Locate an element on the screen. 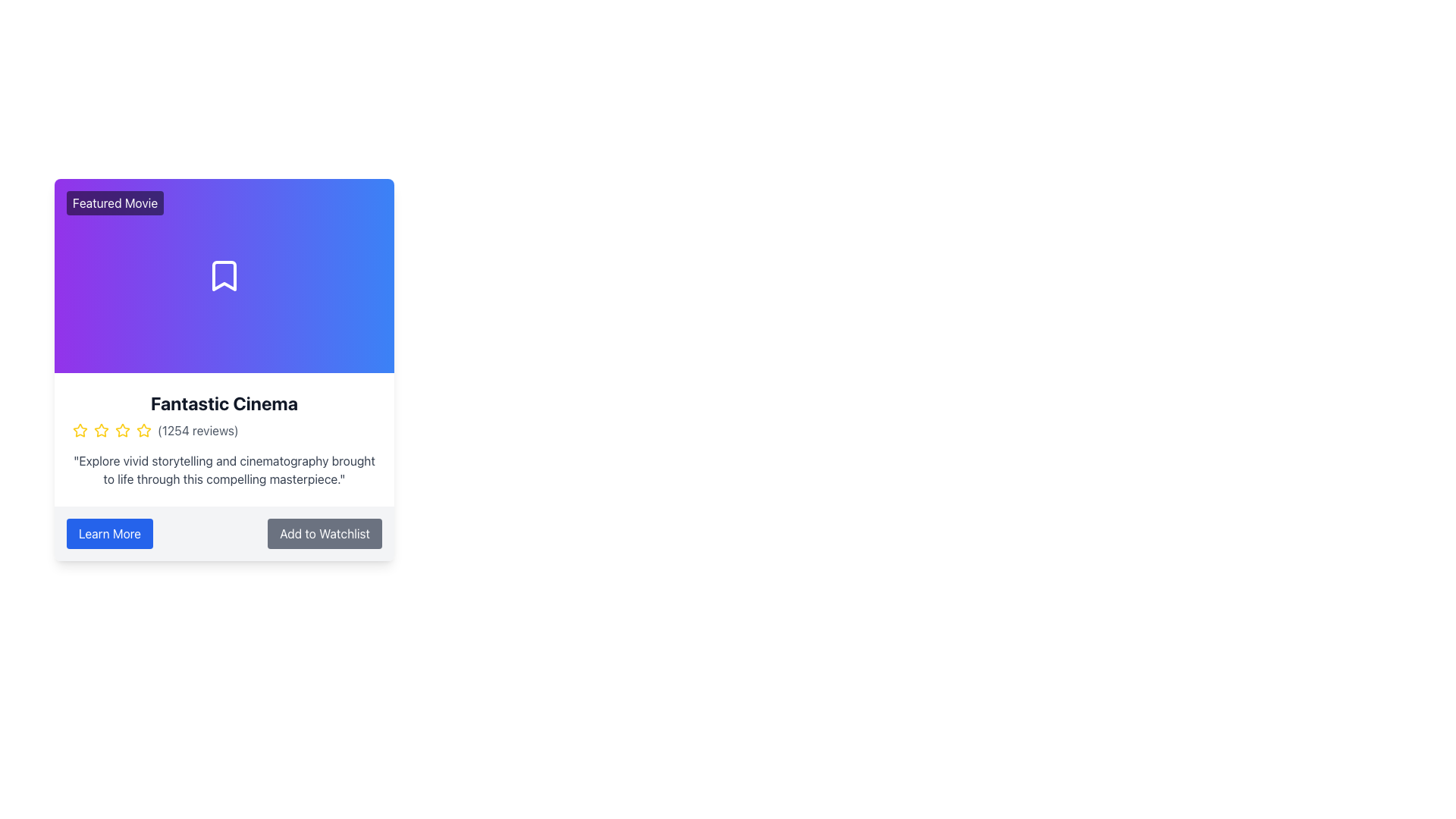 This screenshot has height=819, width=1456. text from the Content Block titled 'Fantastic Cinema', which includes the review count and descriptive paragraph is located at coordinates (224, 439).